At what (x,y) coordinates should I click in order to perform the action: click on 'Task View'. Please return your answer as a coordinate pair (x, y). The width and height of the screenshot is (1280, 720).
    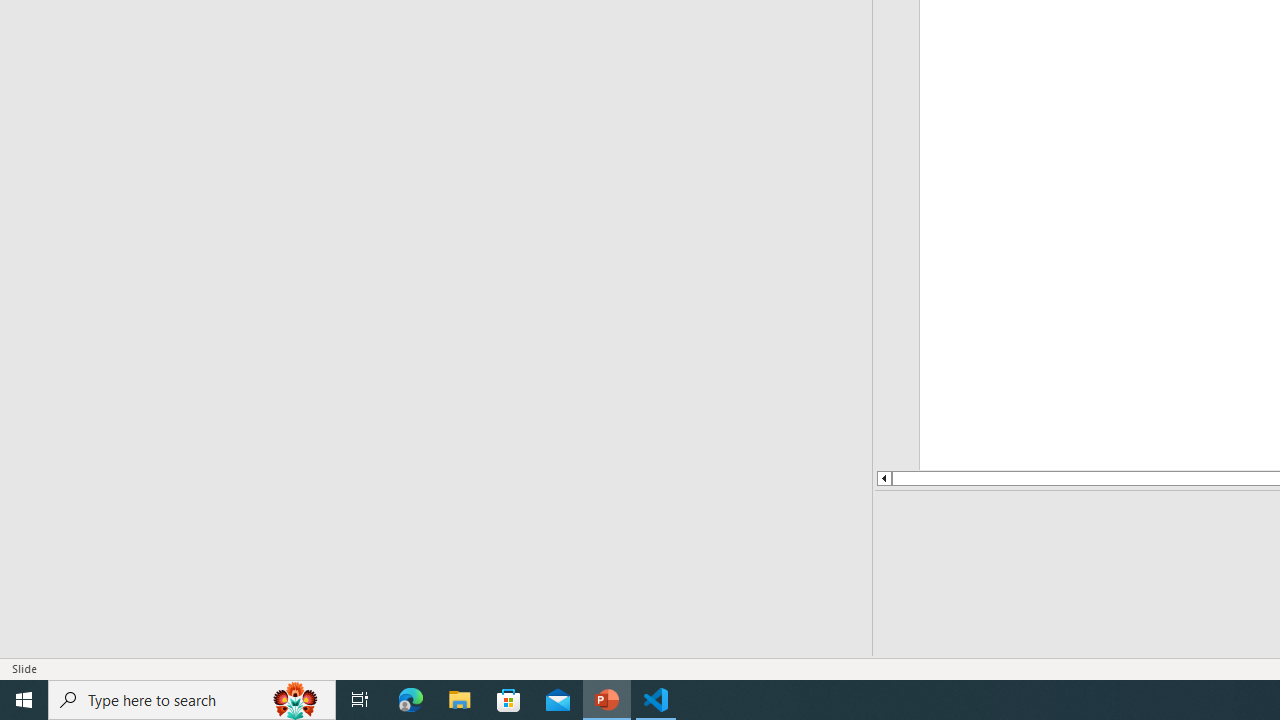
    Looking at the image, I should click on (359, 698).